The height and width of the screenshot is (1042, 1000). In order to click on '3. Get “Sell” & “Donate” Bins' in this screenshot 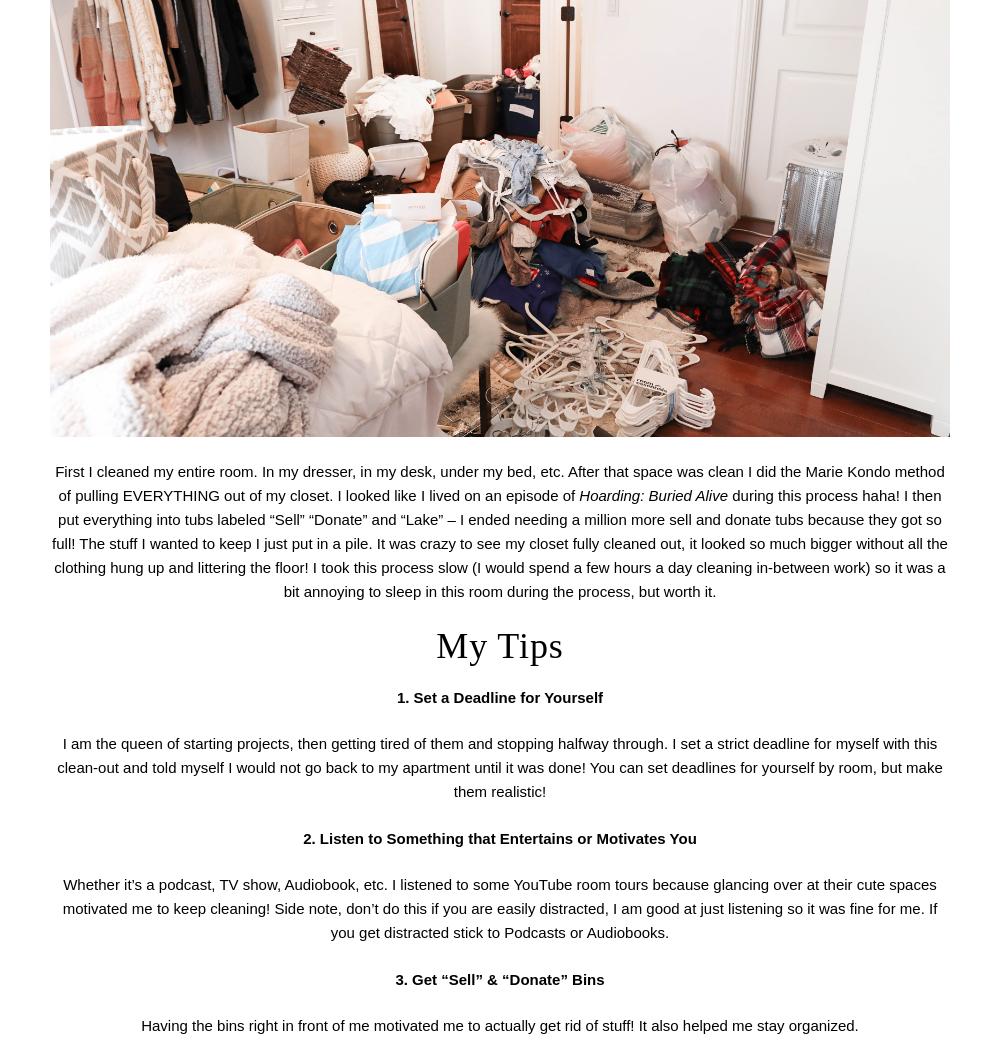, I will do `click(395, 978)`.